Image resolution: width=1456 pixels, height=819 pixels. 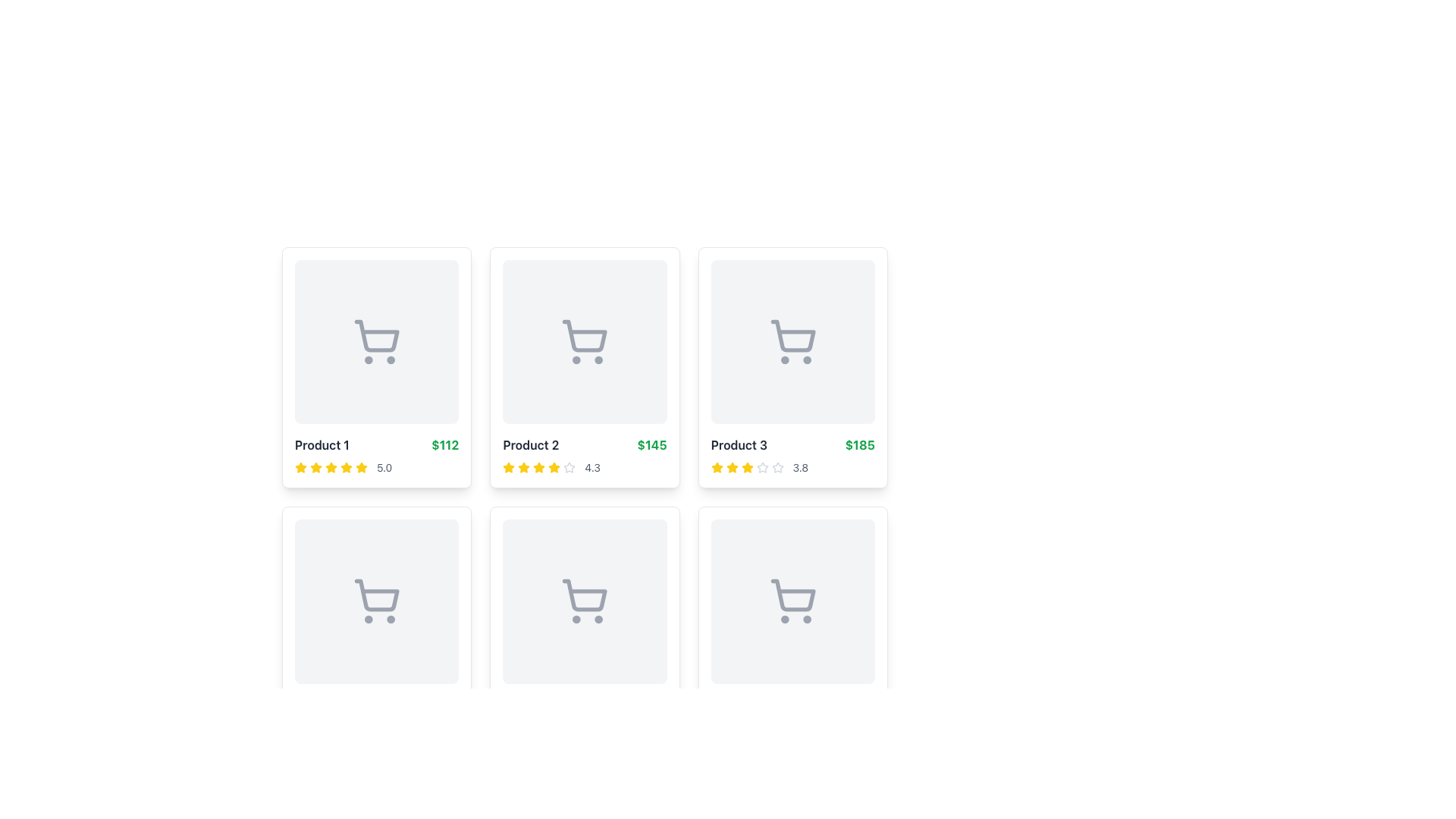 What do you see at coordinates (747, 467) in the screenshot?
I see `the third star icon in the rating system, which is gold-colored and filled, located below the 'Product 3' label and price` at bounding box center [747, 467].